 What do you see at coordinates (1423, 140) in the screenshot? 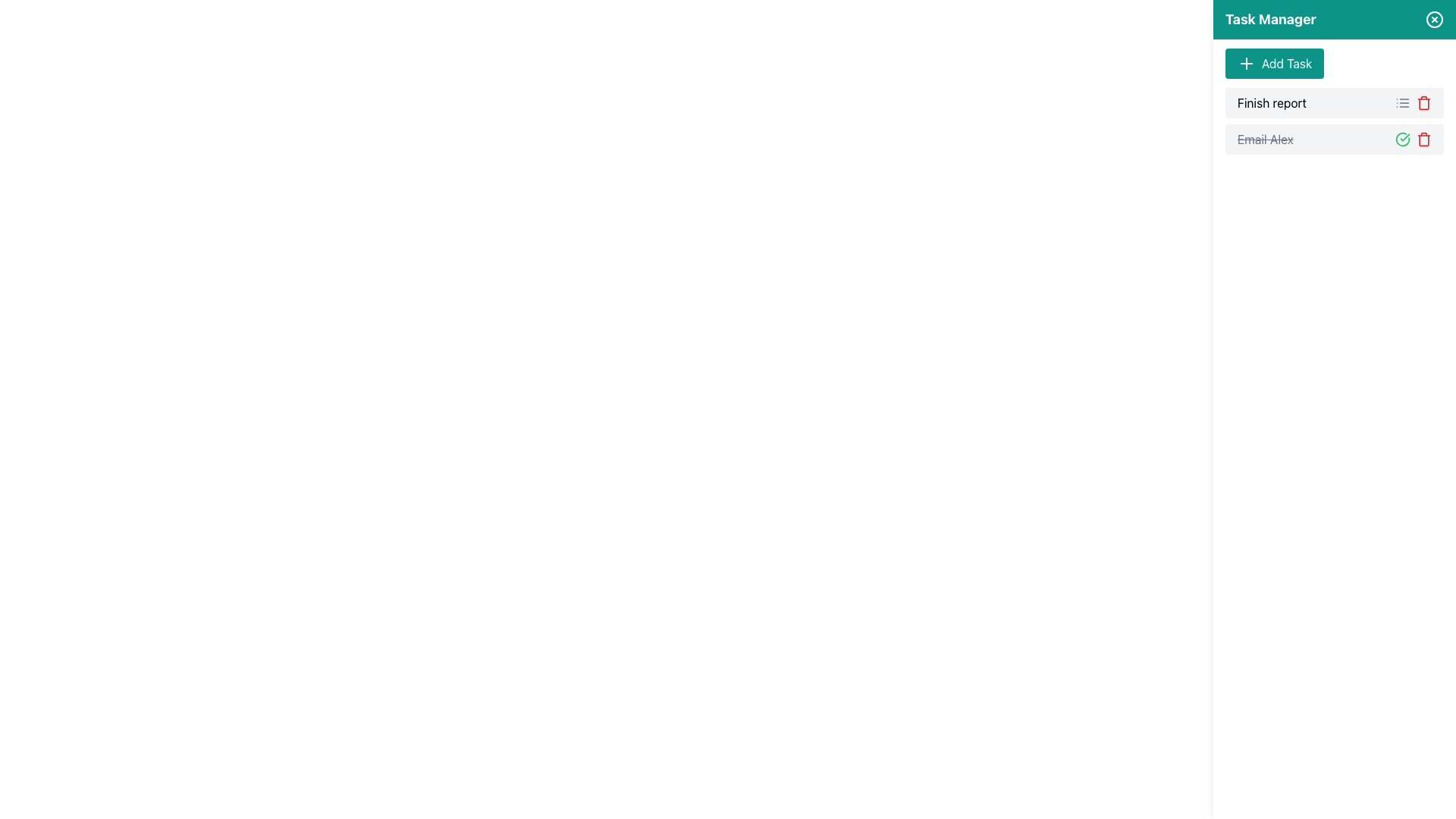
I see `the middle vertical line of the trash can icon, which represents delete functionality in the user interface` at bounding box center [1423, 140].